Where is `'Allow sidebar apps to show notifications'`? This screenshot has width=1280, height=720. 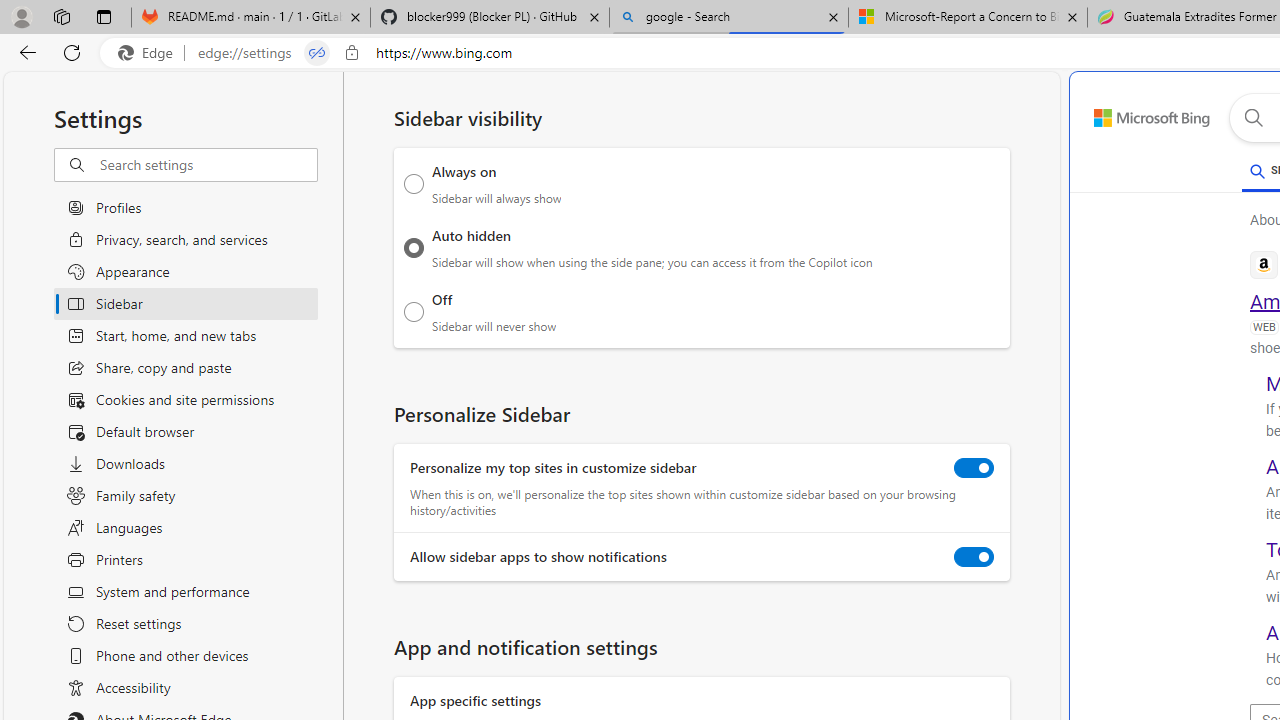
'Allow sidebar apps to show notifications' is located at coordinates (974, 557).